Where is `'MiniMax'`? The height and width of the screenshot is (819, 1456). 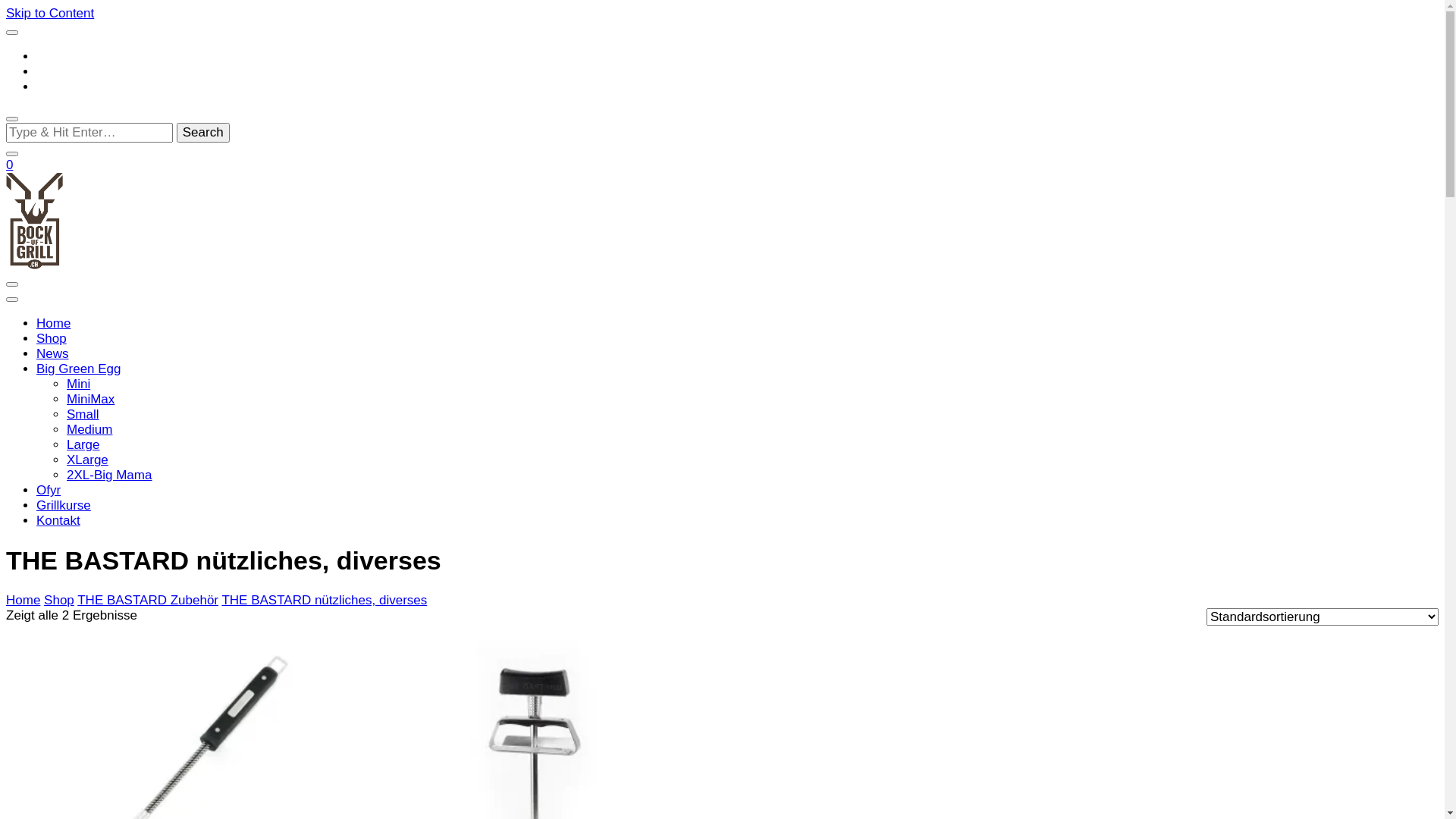 'MiniMax' is located at coordinates (89, 398).